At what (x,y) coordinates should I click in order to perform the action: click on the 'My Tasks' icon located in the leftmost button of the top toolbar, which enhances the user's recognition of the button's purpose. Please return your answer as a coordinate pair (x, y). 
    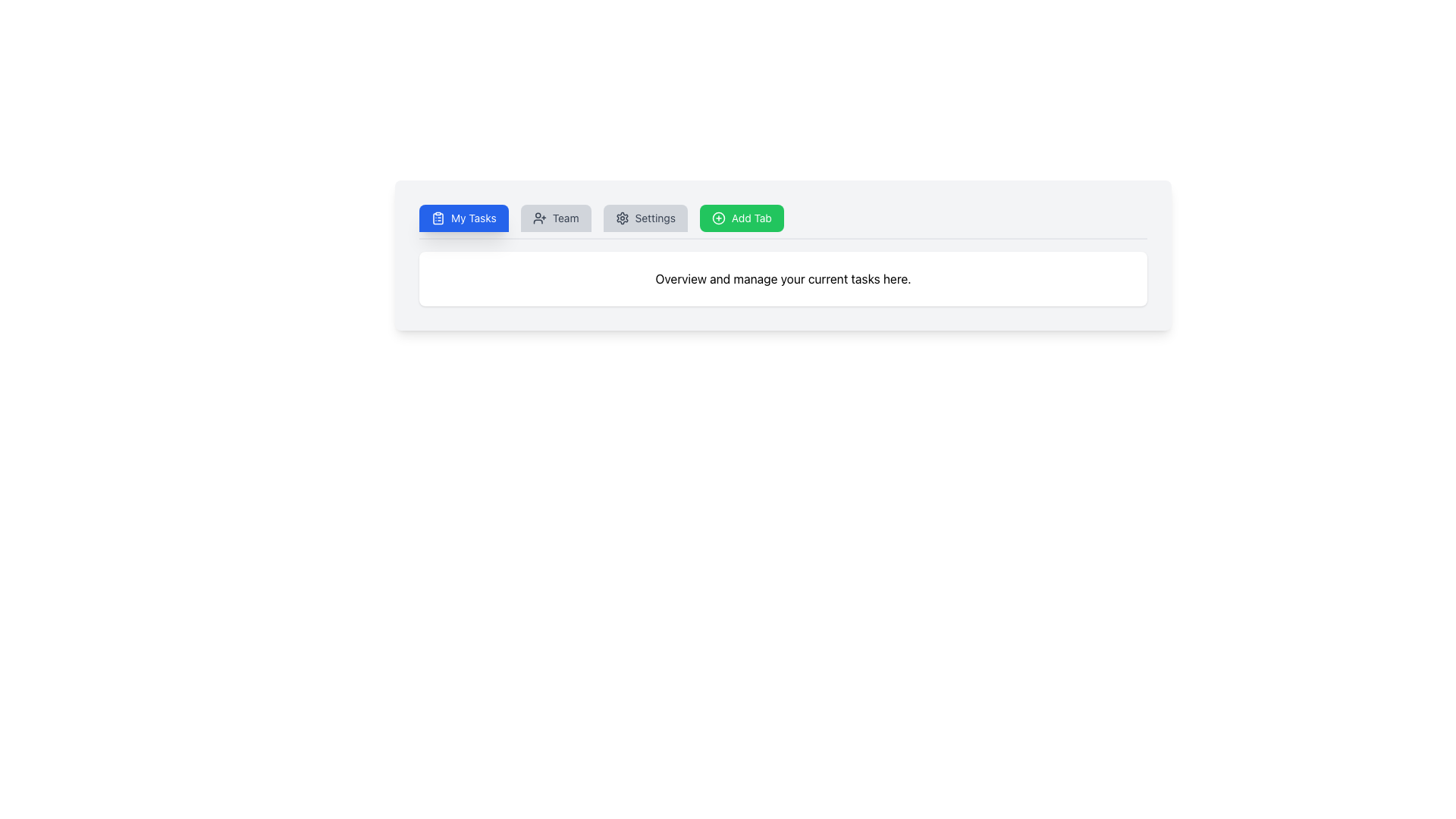
    Looking at the image, I should click on (437, 218).